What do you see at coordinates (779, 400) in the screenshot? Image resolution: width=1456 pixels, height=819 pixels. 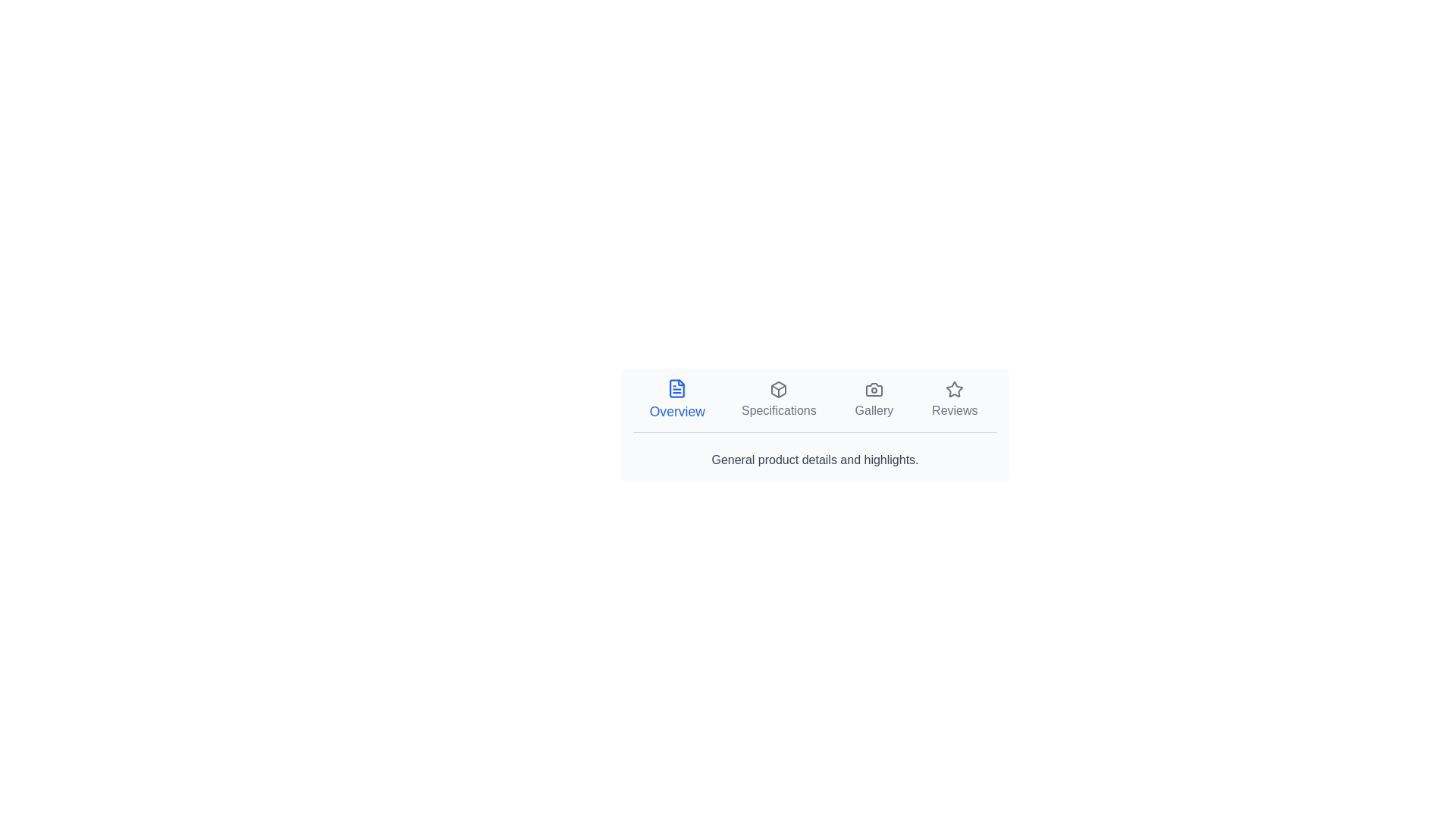 I see `the Specifications tab` at bounding box center [779, 400].